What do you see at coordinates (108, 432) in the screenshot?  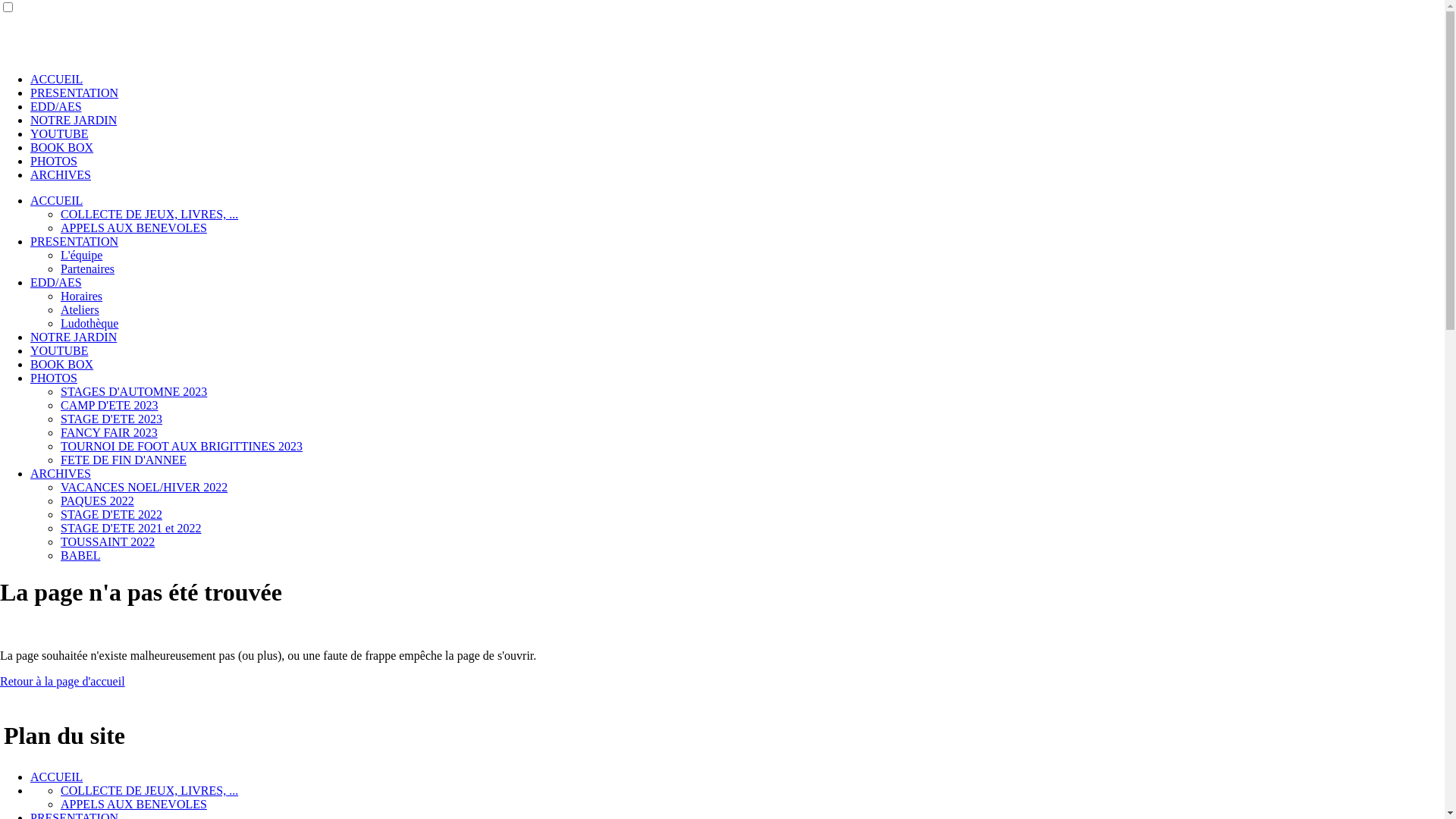 I see `'FANCY FAIR 2023'` at bounding box center [108, 432].